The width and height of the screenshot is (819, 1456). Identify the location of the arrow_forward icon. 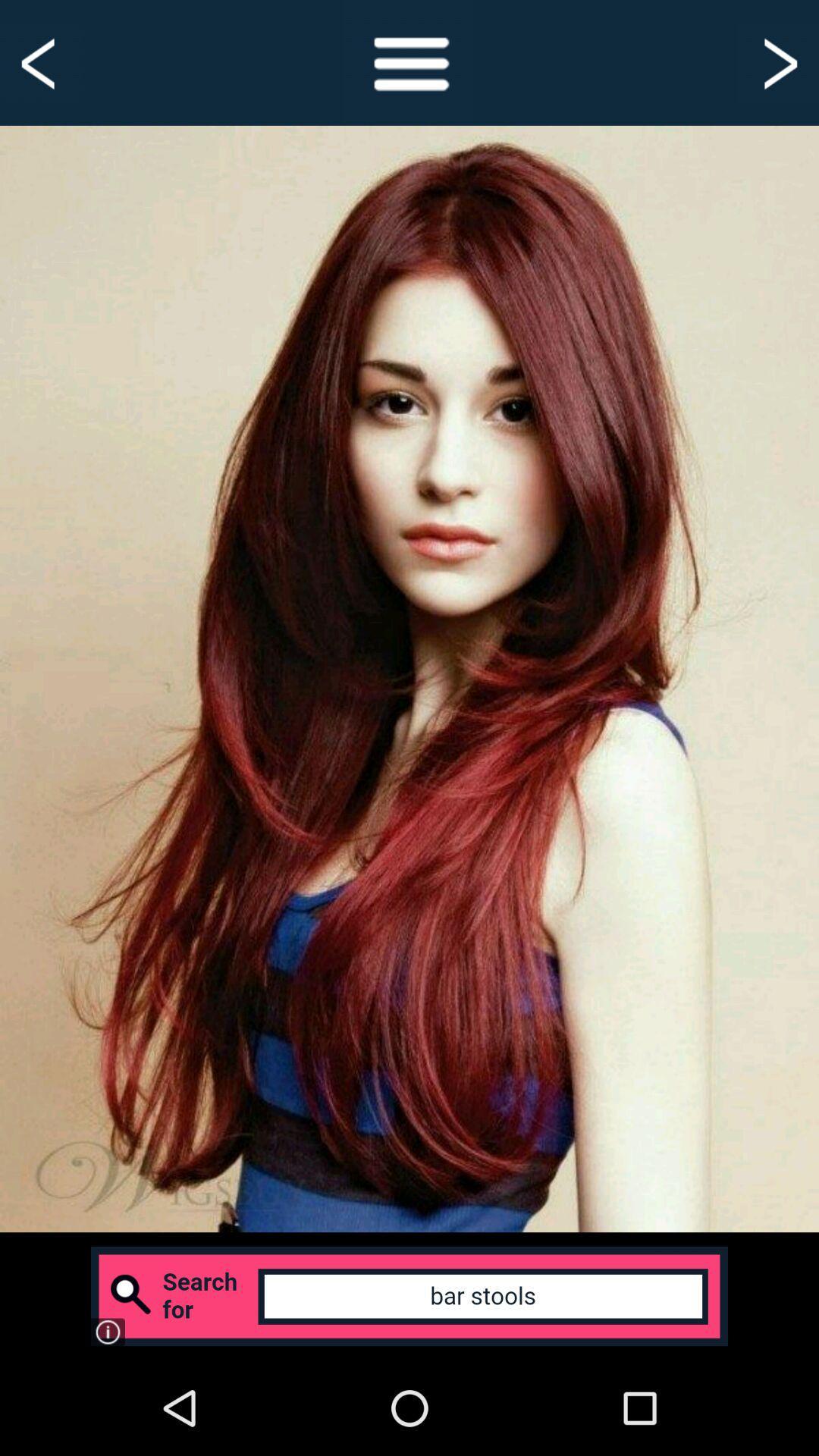
(778, 66).